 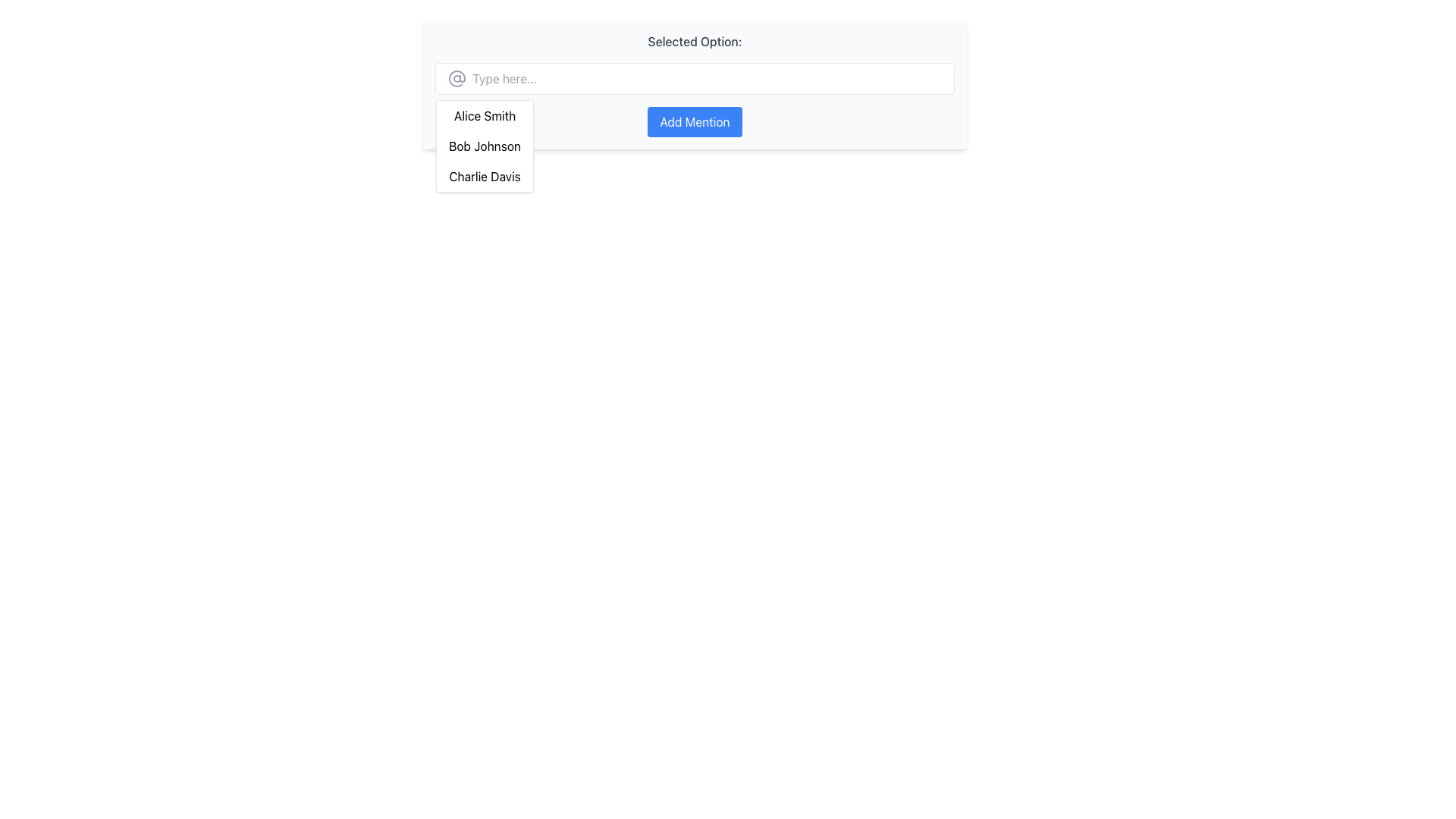 I want to click on the list item displaying 'Bob Johnson' in the dropdown menu, so click(x=484, y=146).